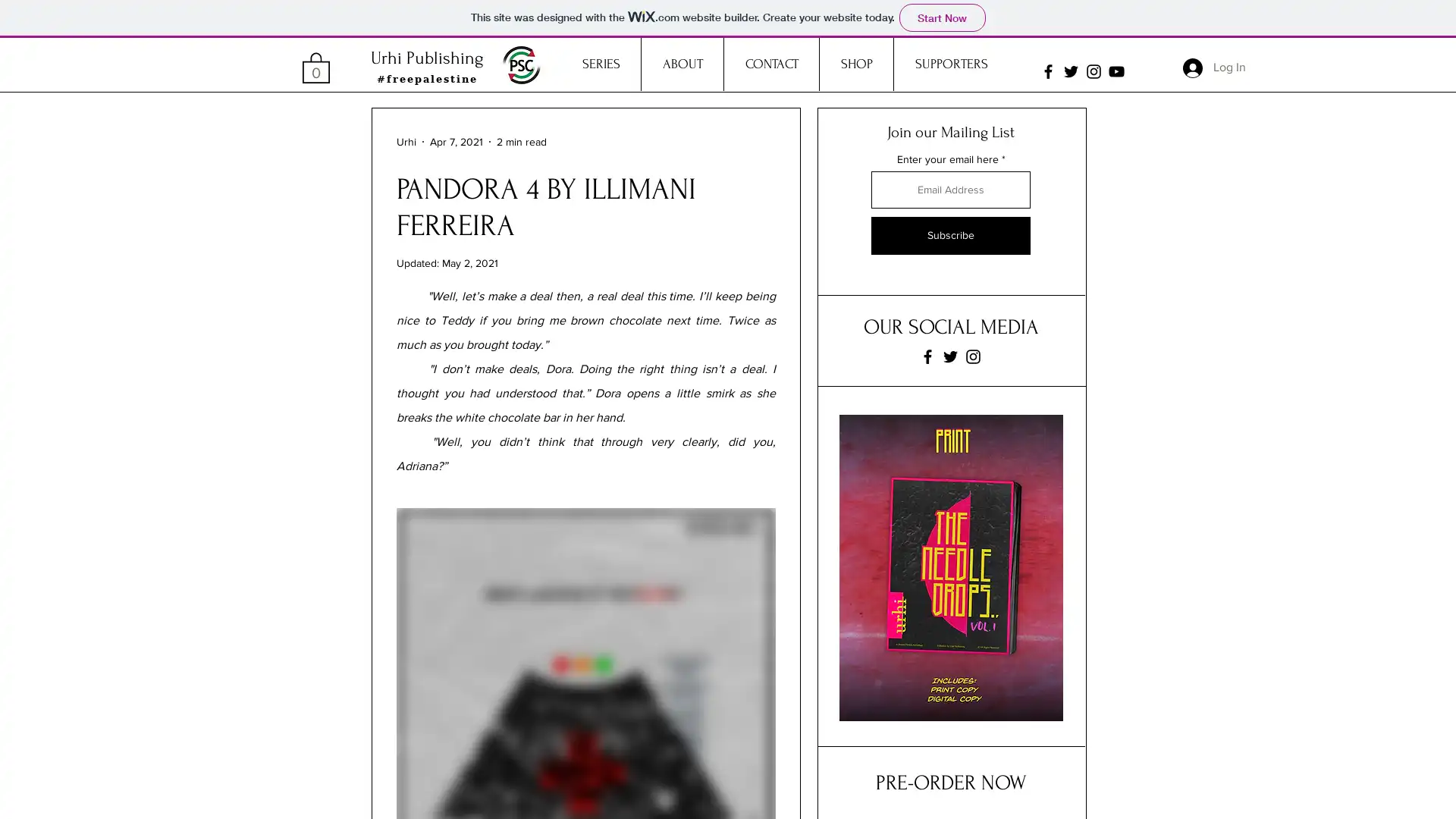 This screenshot has width=1456, height=819. Describe the element at coordinates (1214, 66) in the screenshot. I see `Log In` at that location.